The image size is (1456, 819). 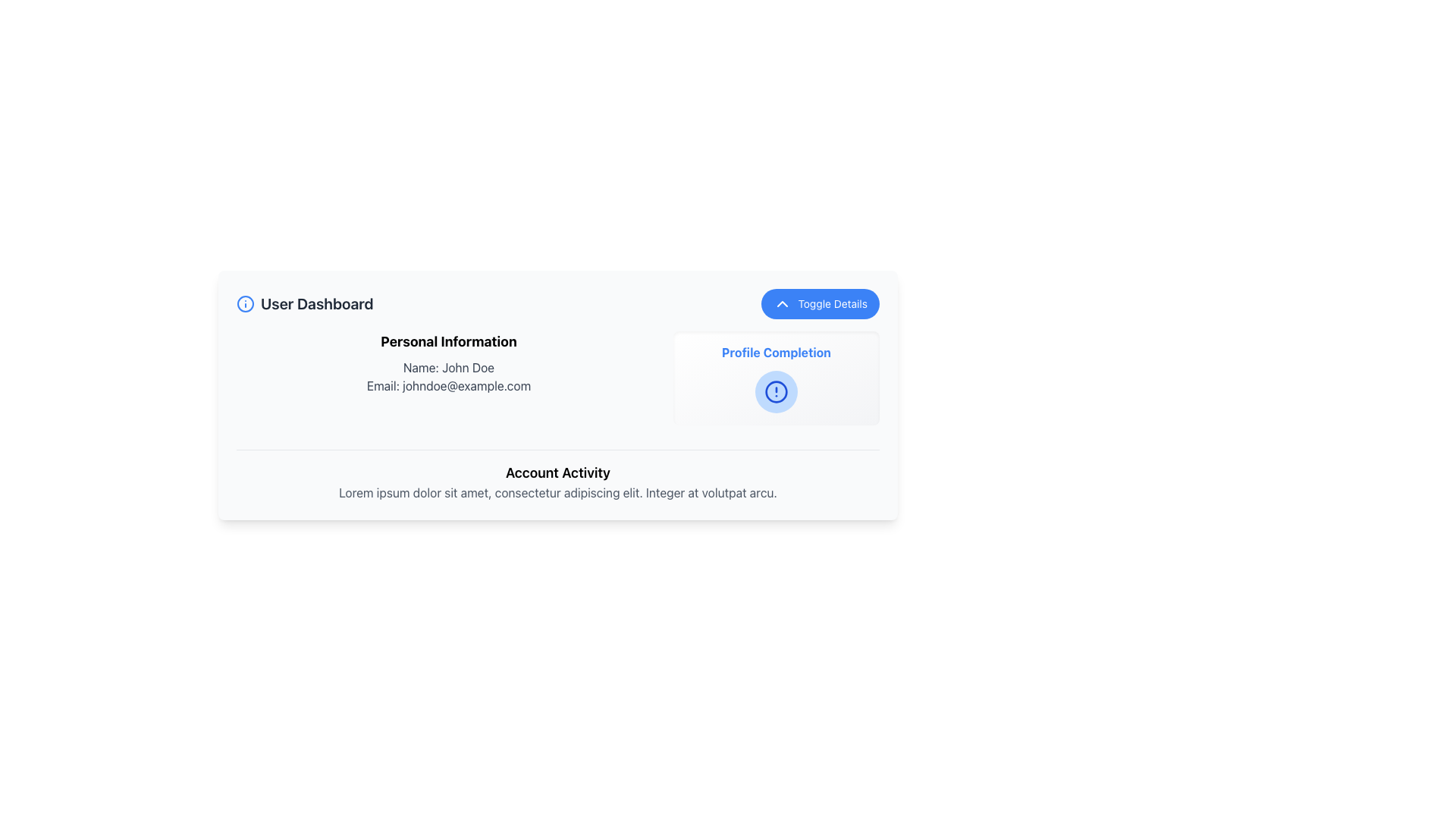 What do you see at coordinates (783, 304) in the screenshot?
I see `the upward-pointing chevron icon within the blue 'Toggle Details' button located in the top-right region of the user card` at bounding box center [783, 304].